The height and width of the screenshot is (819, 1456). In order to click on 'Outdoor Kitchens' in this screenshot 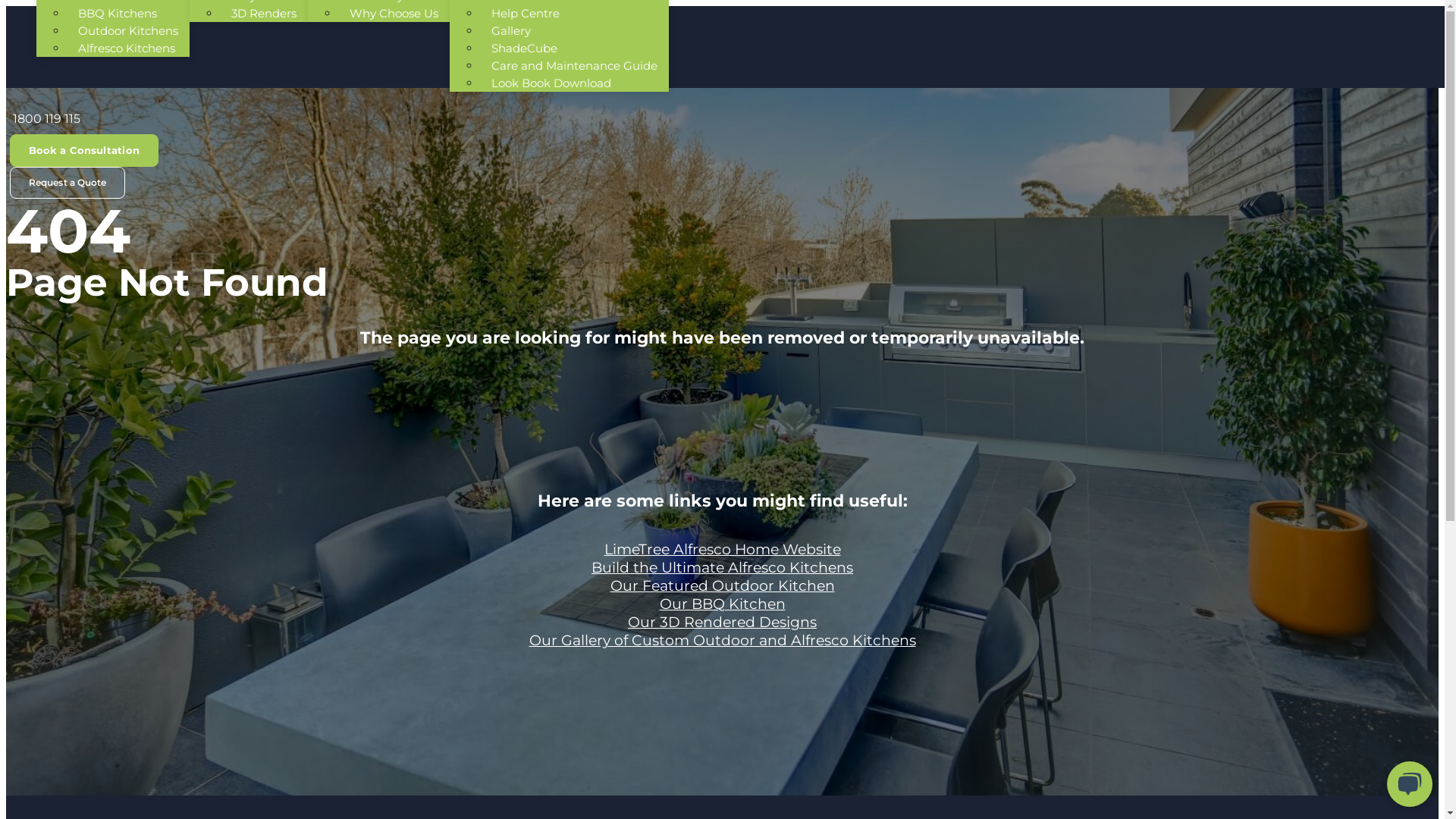, I will do `click(127, 30)`.